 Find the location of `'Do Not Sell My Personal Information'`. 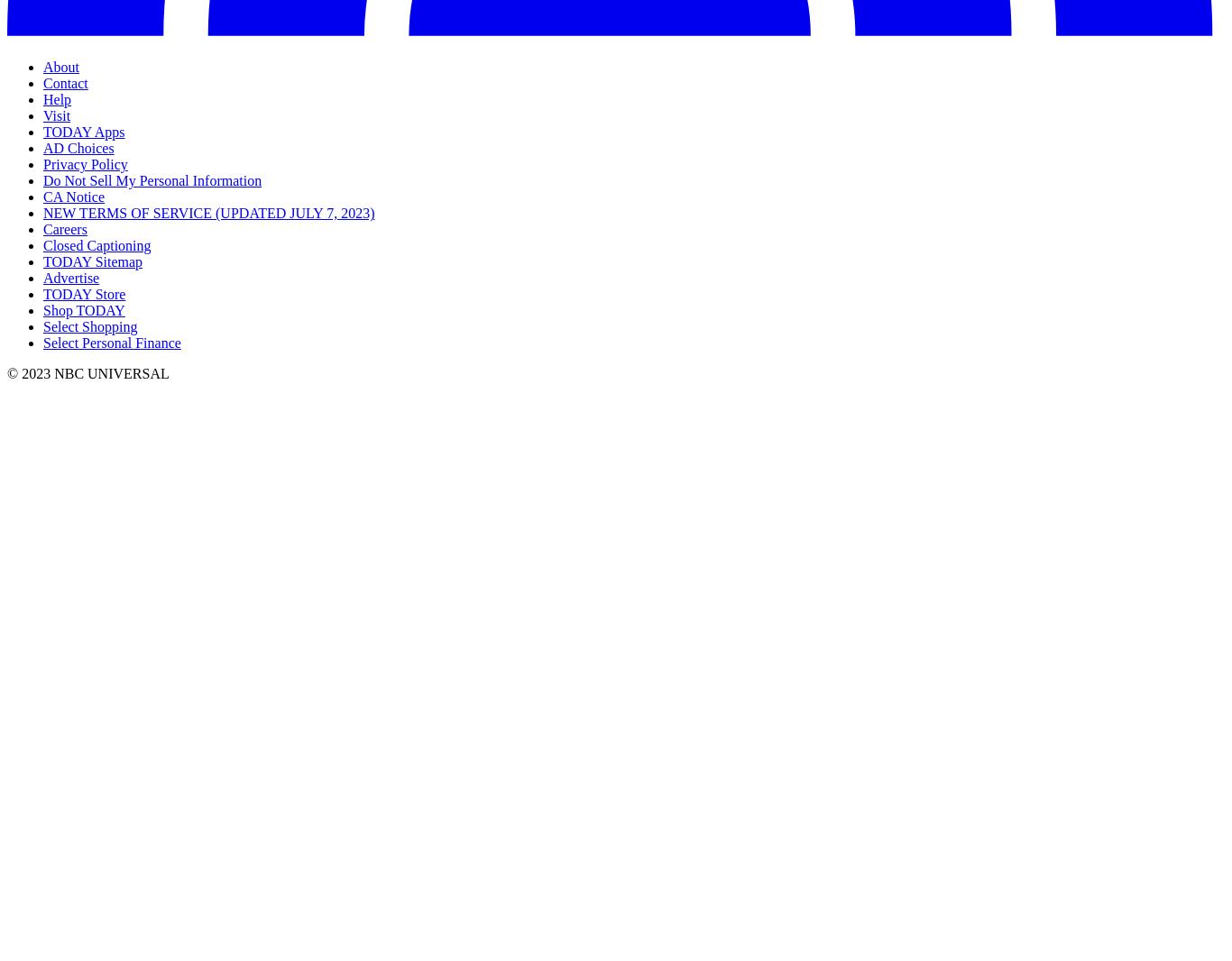

'Do Not Sell My Personal Information' is located at coordinates (42, 179).